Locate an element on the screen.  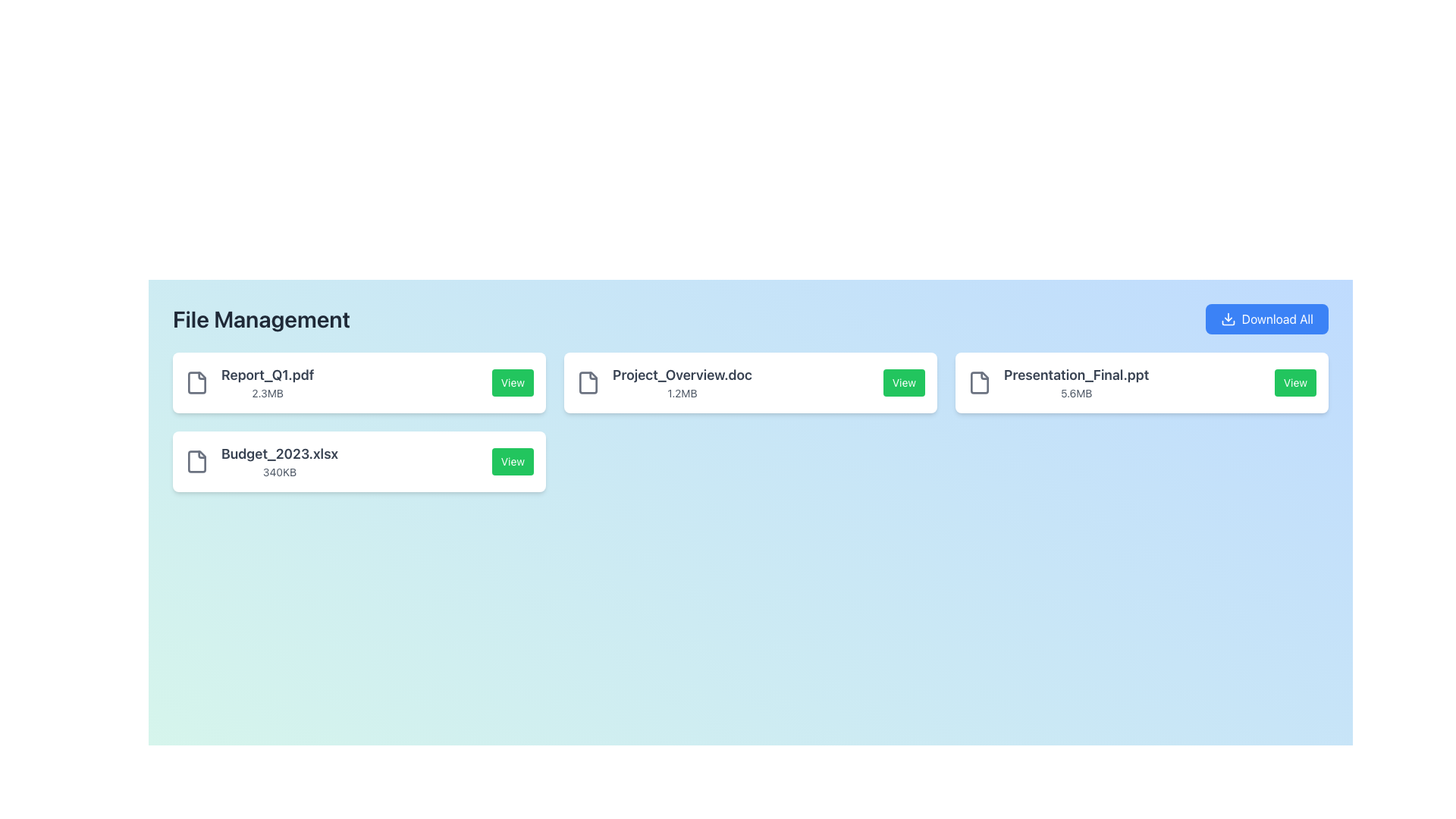
the static text element displaying 'Project_Overview.doc', which is positioned above '1.2MB' and to the right of the 'View' button in the third card of the file management grid is located at coordinates (681, 375).